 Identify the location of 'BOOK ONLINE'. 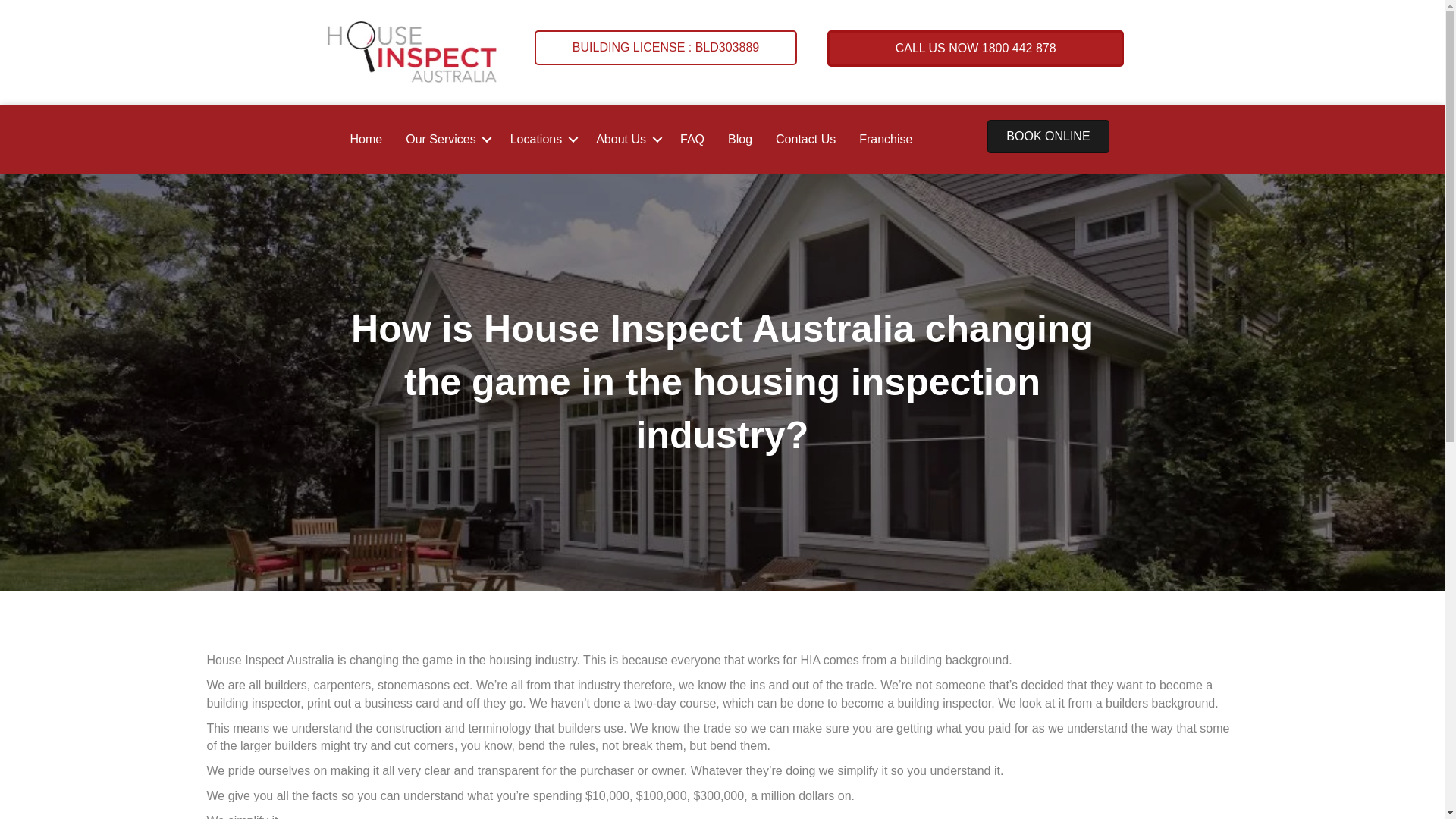
(1047, 136).